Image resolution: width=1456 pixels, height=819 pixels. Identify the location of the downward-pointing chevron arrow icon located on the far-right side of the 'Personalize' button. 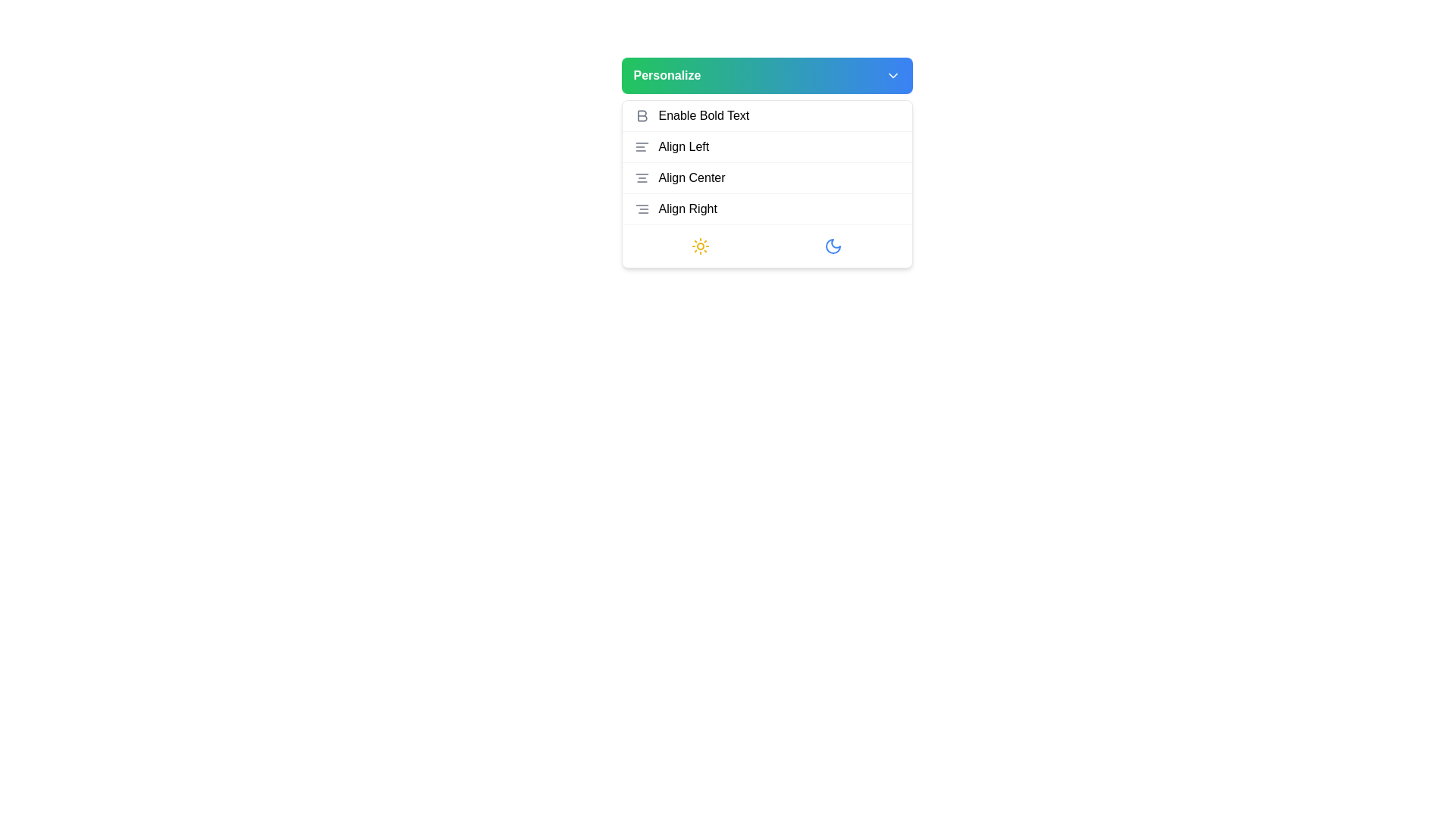
(893, 76).